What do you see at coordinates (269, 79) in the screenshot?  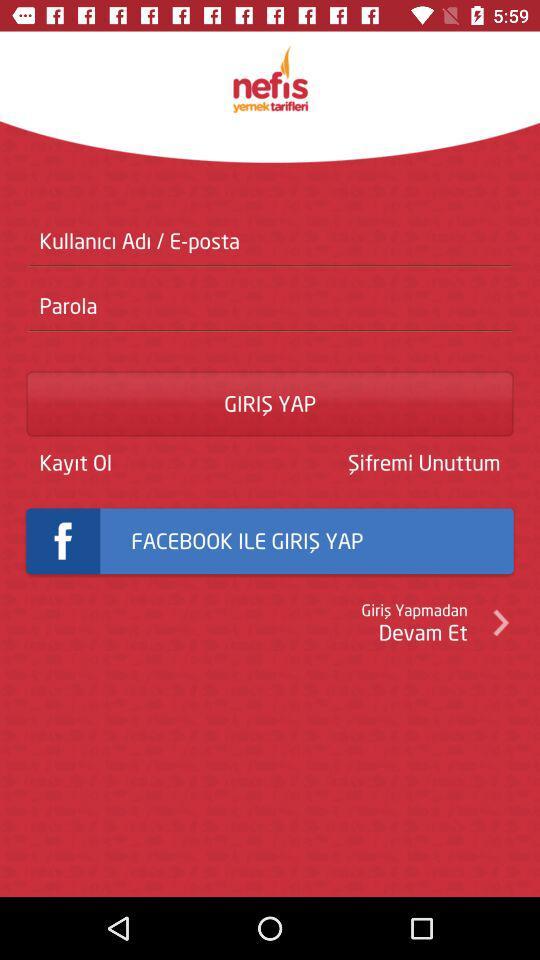 I see `the star icon` at bounding box center [269, 79].